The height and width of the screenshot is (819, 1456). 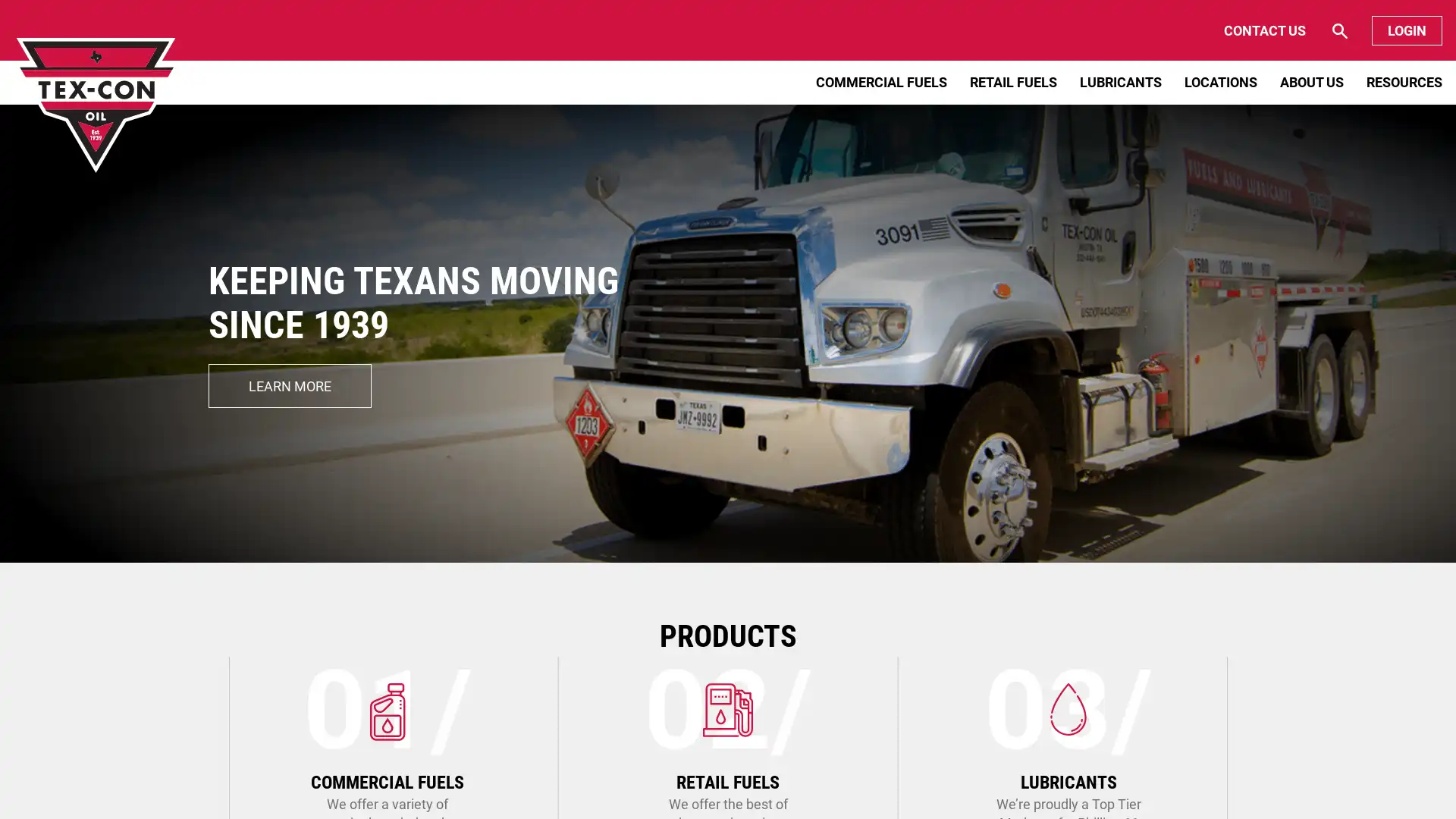 What do you see at coordinates (1279, 30) in the screenshot?
I see `Search Button` at bounding box center [1279, 30].